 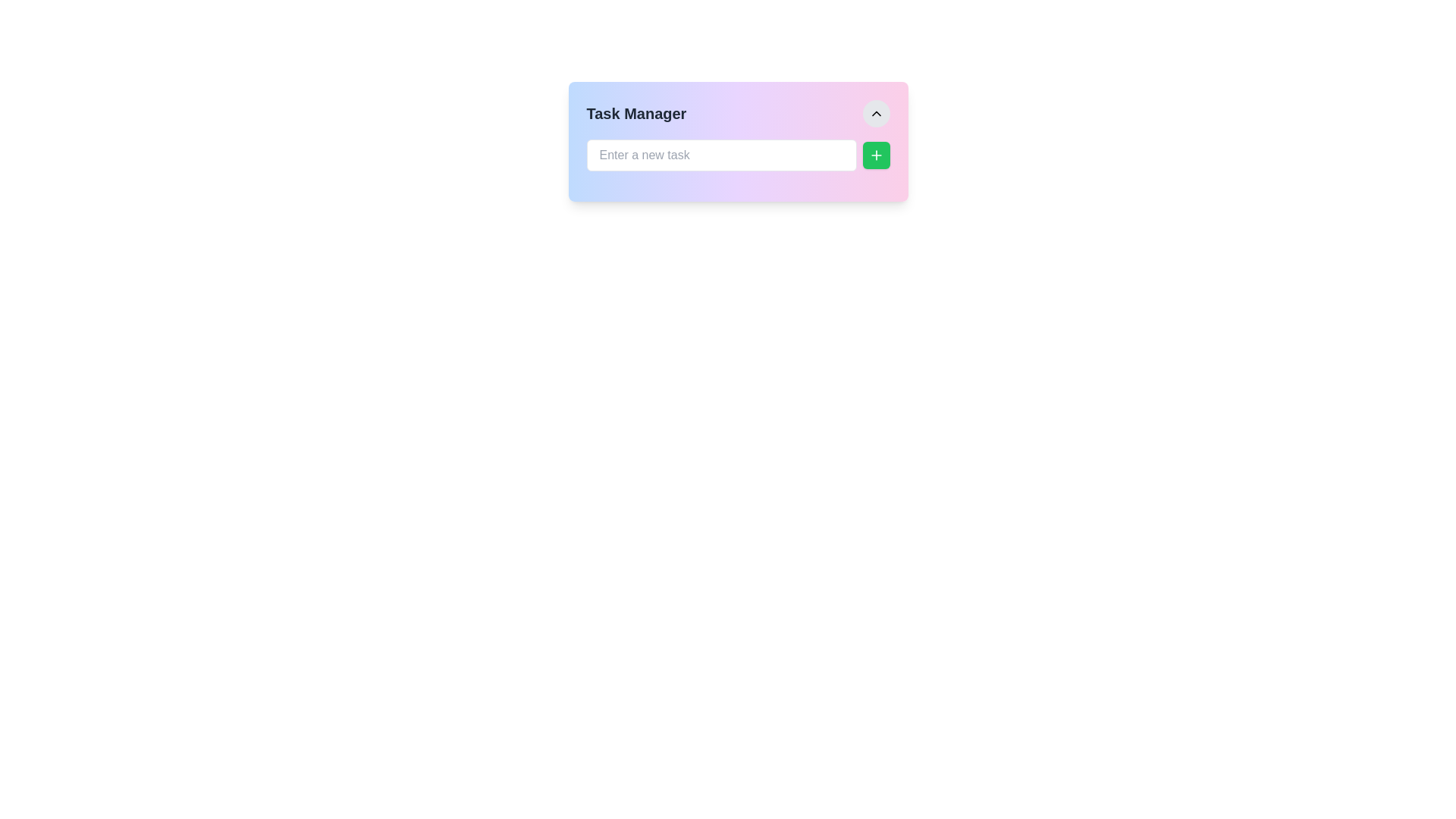 What do you see at coordinates (876, 113) in the screenshot?
I see `the upward-pointing triangular arrow icon within the circular button located in the upper right side of the task management modal` at bounding box center [876, 113].